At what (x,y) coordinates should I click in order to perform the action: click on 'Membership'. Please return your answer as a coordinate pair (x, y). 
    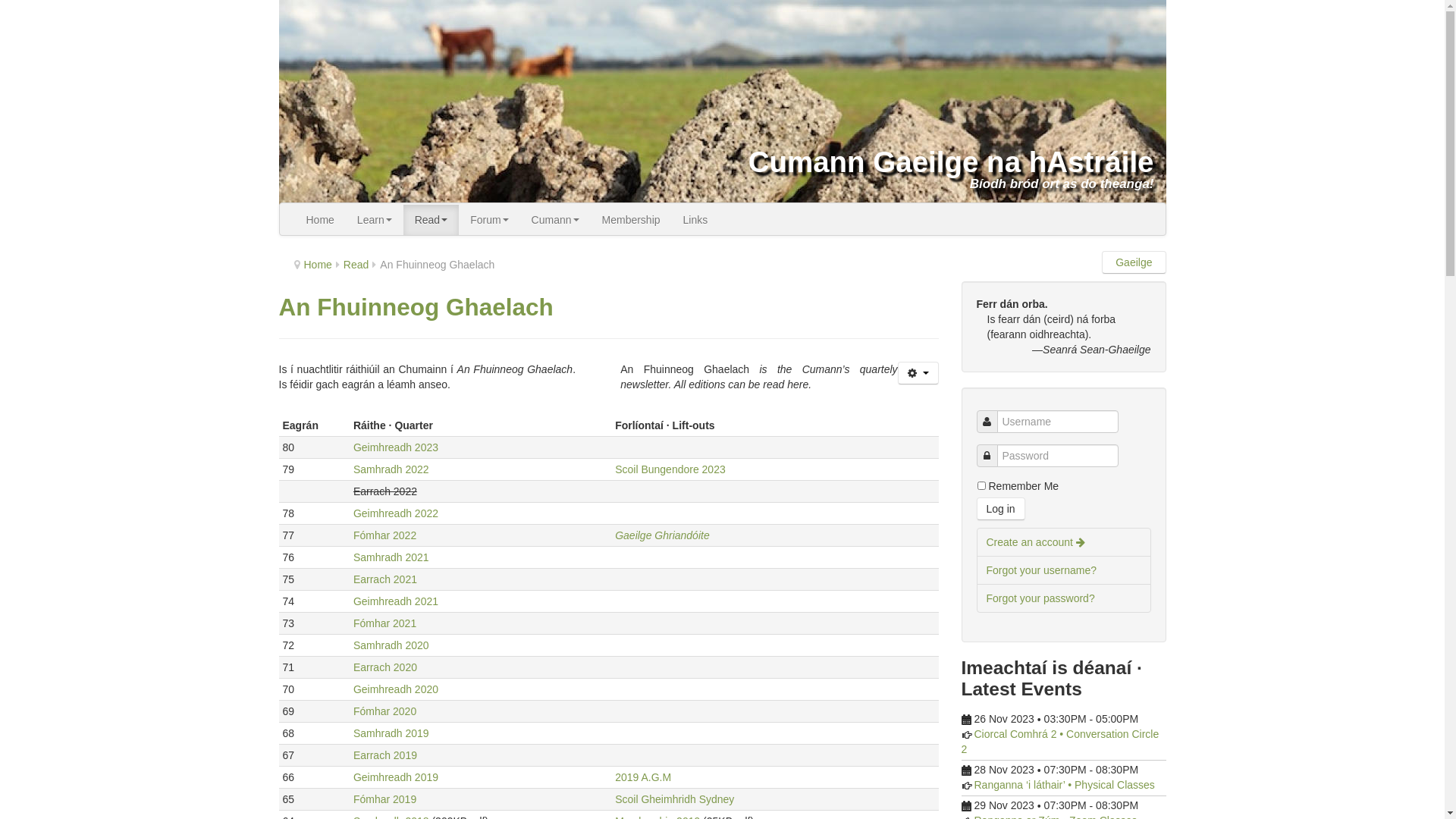
    Looking at the image, I should click on (631, 219).